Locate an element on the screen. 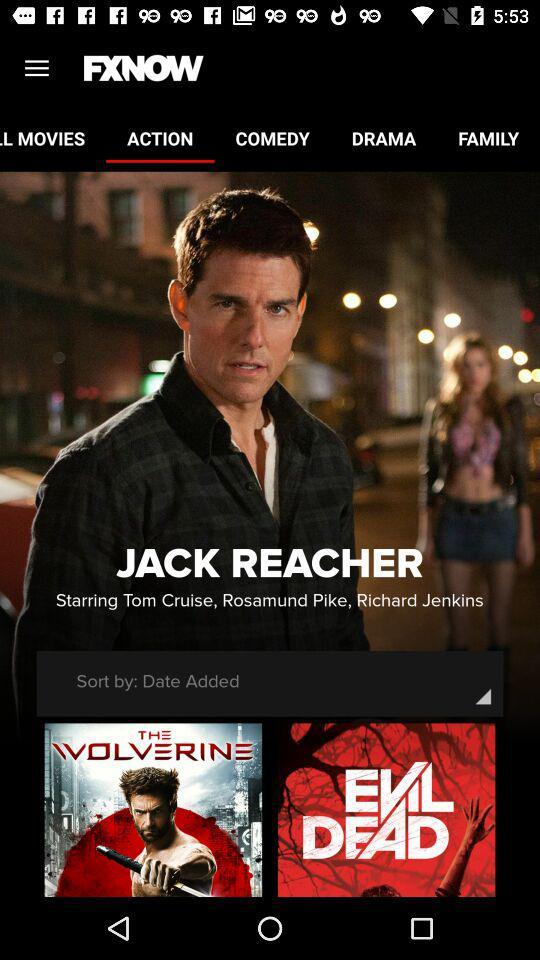  icon below the starring tom cruise item is located at coordinates (157, 681).